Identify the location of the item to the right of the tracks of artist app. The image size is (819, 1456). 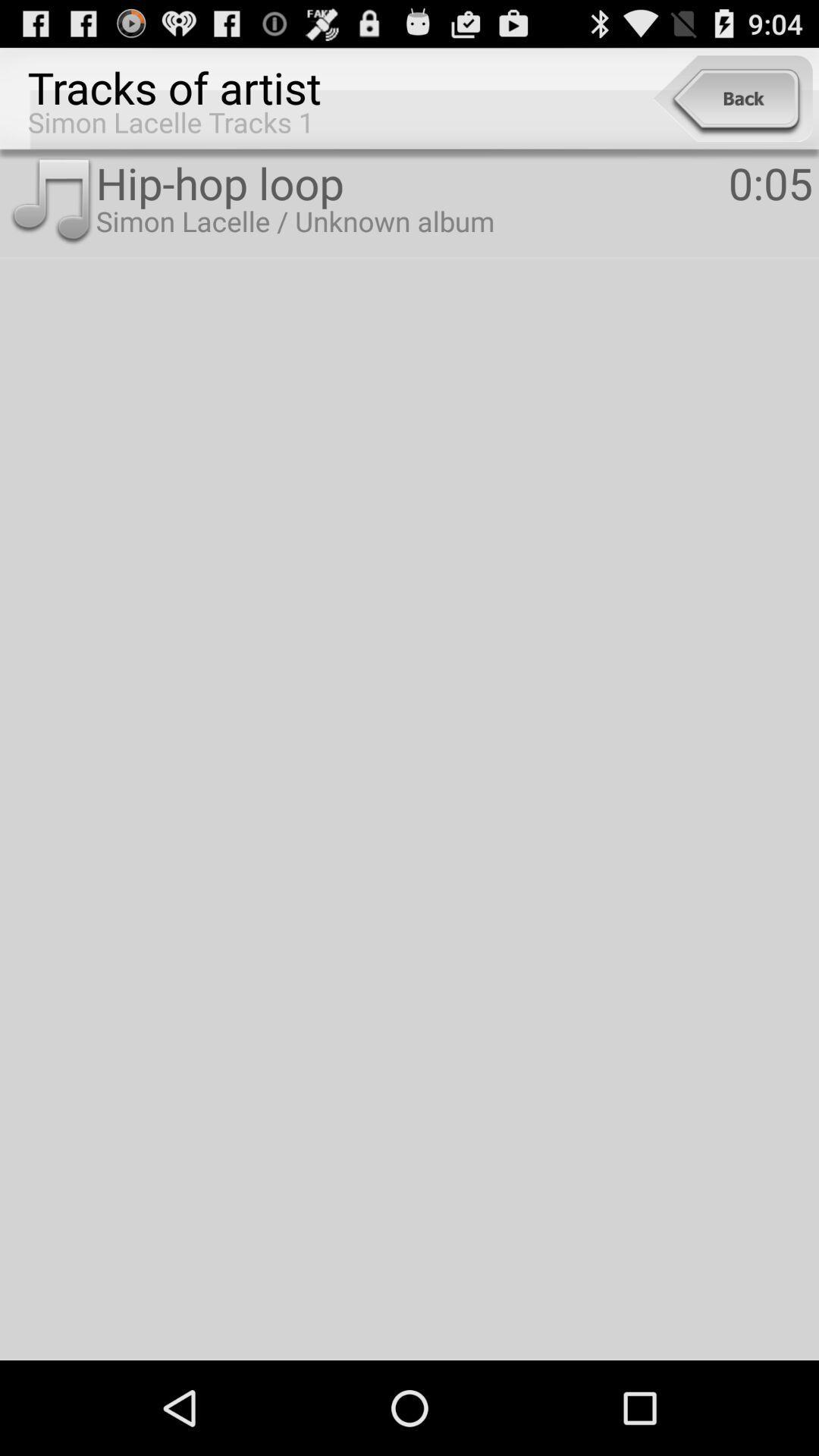
(732, 98).